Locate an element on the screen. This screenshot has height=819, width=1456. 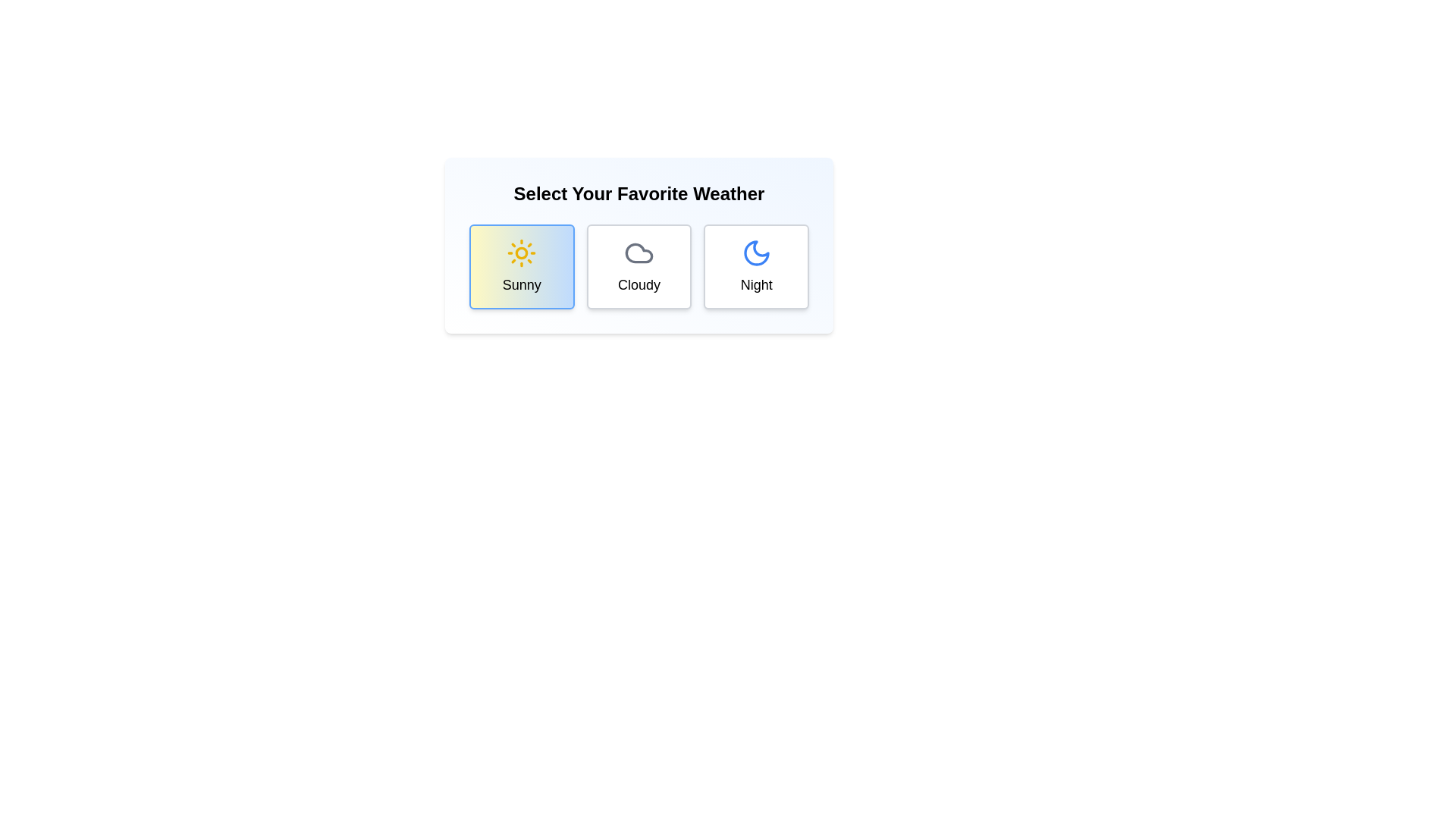
the 'Night' option icon in the weather selection menu, which is located at the rightmost position among the three options (Sunny, Cloudy, Night) is located at coordinates (756, 253).